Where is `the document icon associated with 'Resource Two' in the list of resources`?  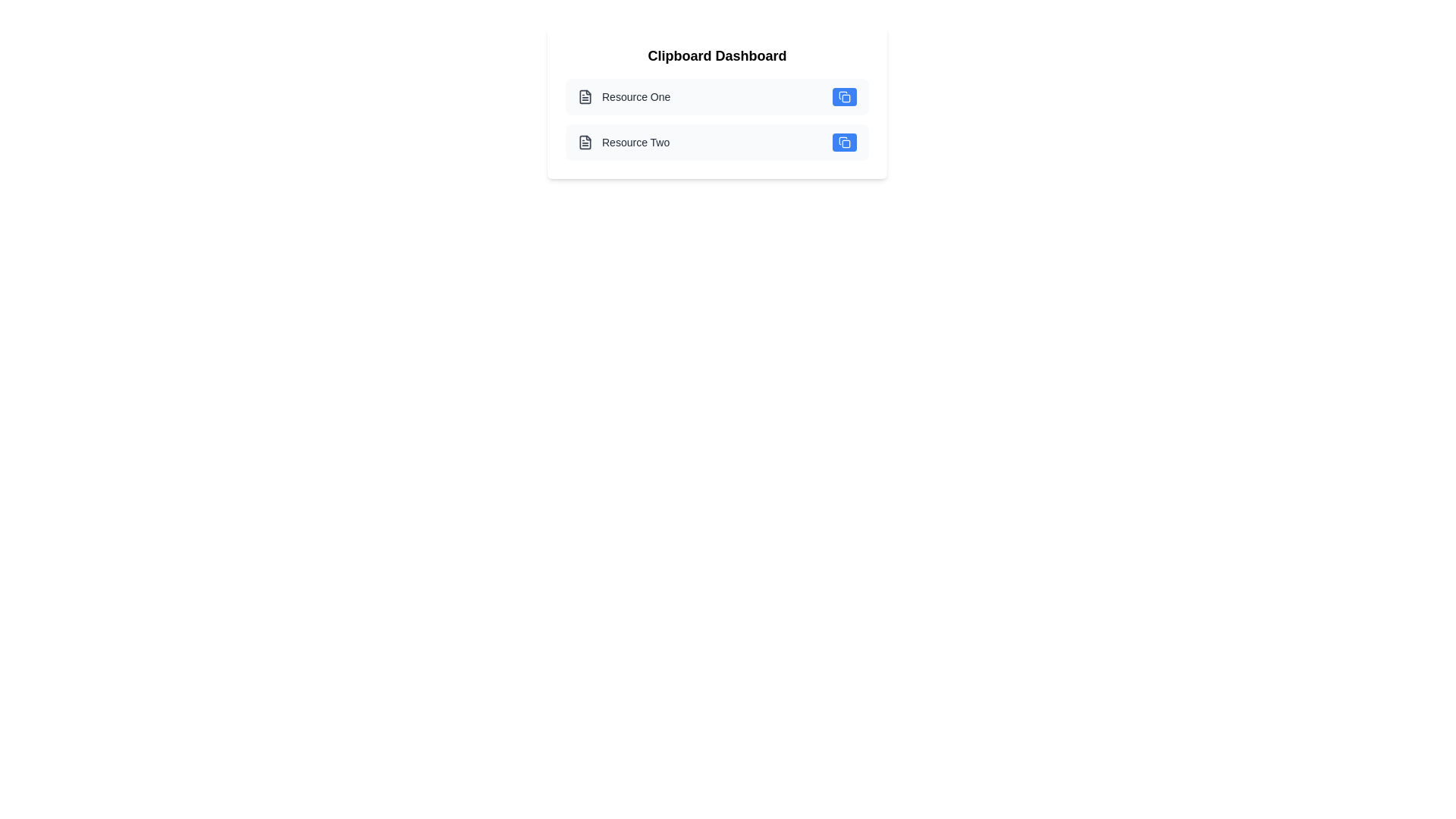
the document icon associated with 'Resource Two' in the list of resources is located at coordinates (585, 143).